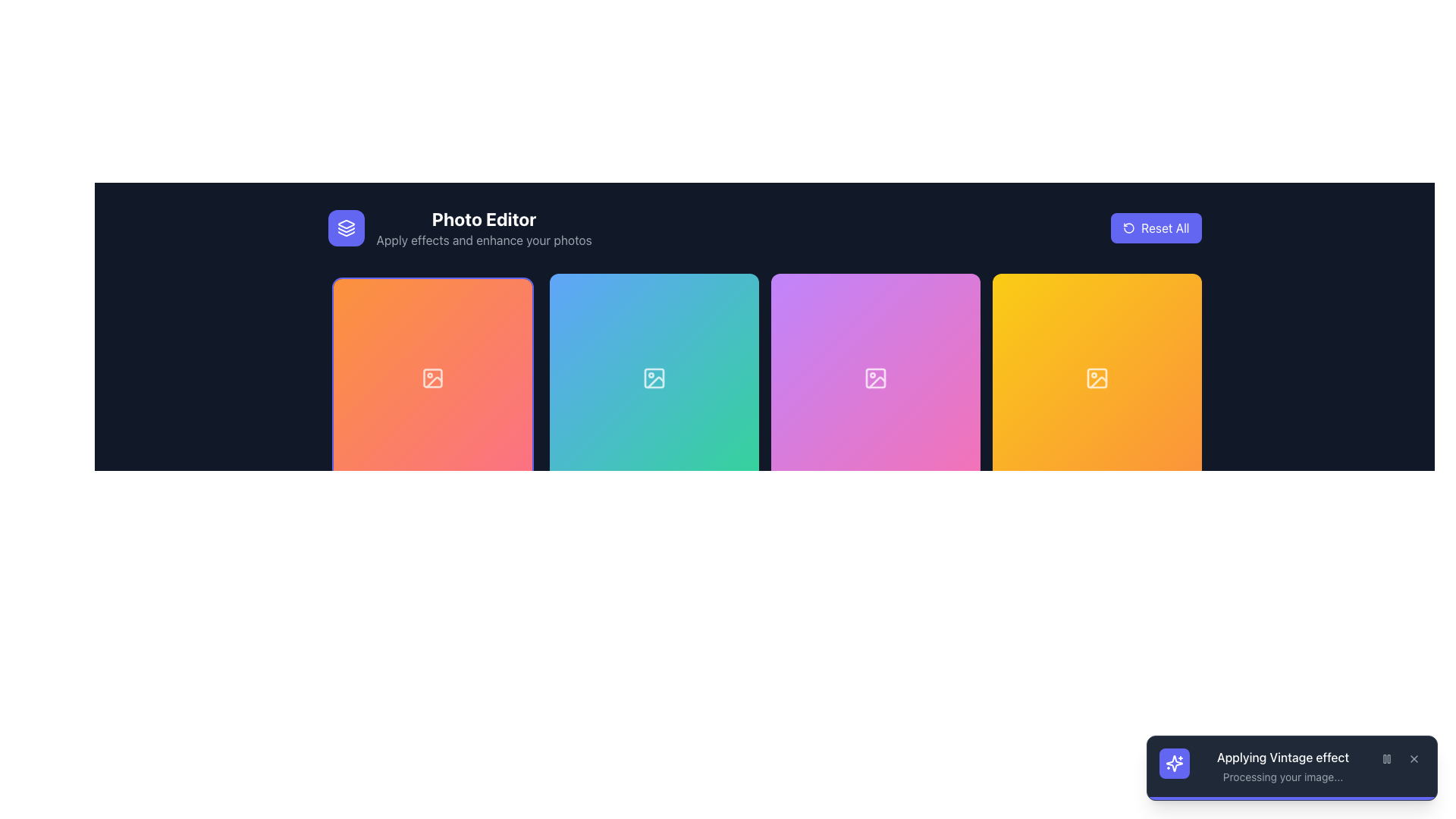 Image resolution: width=1456 pixels, height=819 pixels. What do you see at coordinates (1291, 766) in the screenshot?
I see `the notification panel located at the bottom-right corner of the interface` at bounding box center [1291, 766].